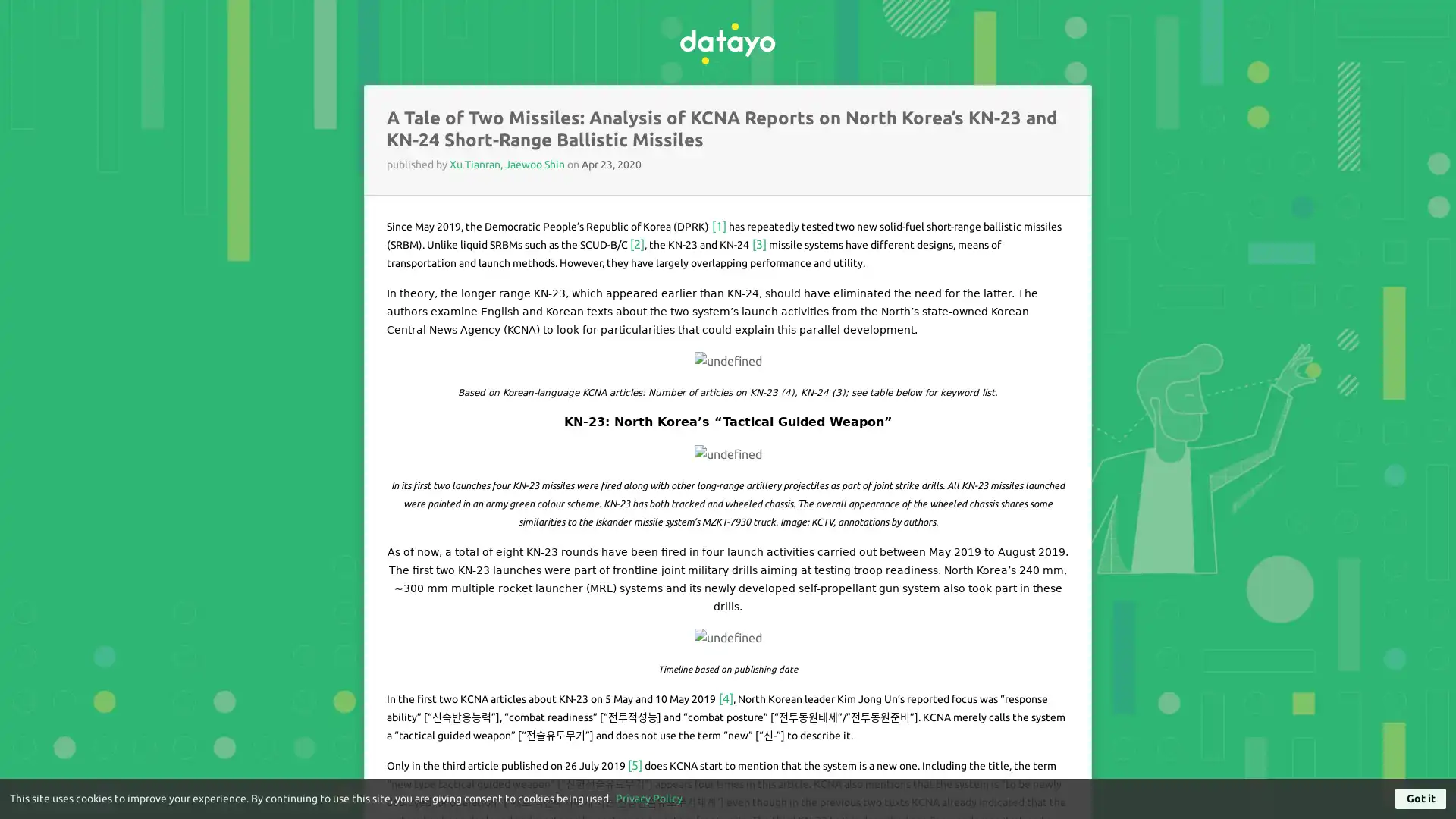 This screenshot has height=819, width=1456. What do you see at coordinates (1420, 798) in the screenshot?
I see `Got it` at bounding box center [1420, 798].